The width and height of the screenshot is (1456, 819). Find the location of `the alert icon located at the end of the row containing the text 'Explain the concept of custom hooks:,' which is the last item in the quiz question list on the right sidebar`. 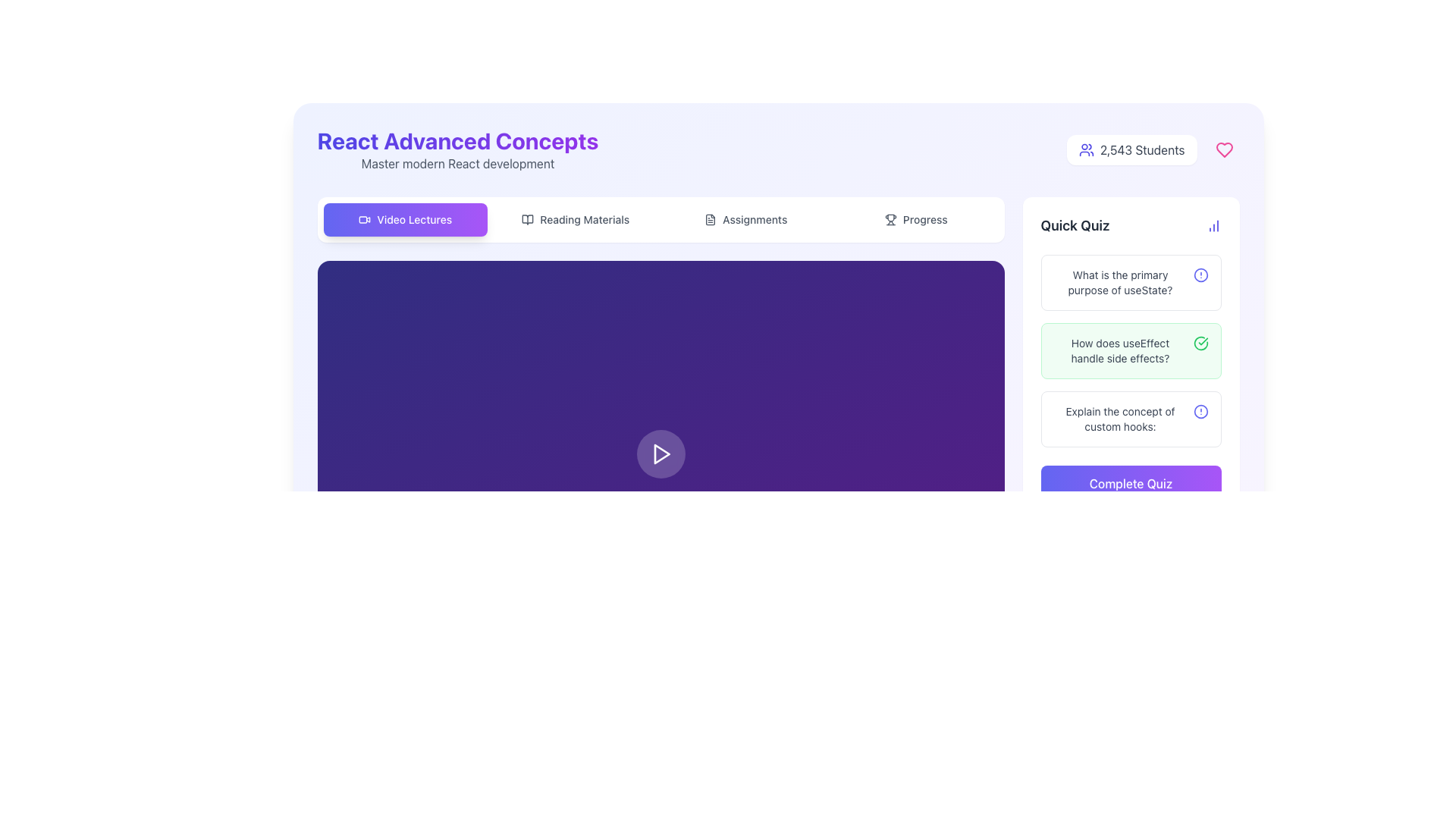

the alert icon located at the end of the row containing the text 'Explain the concept of custom hooks:,' which is the last item in the quiz question list on the right sidebar is located at coordinates (1200, 412).